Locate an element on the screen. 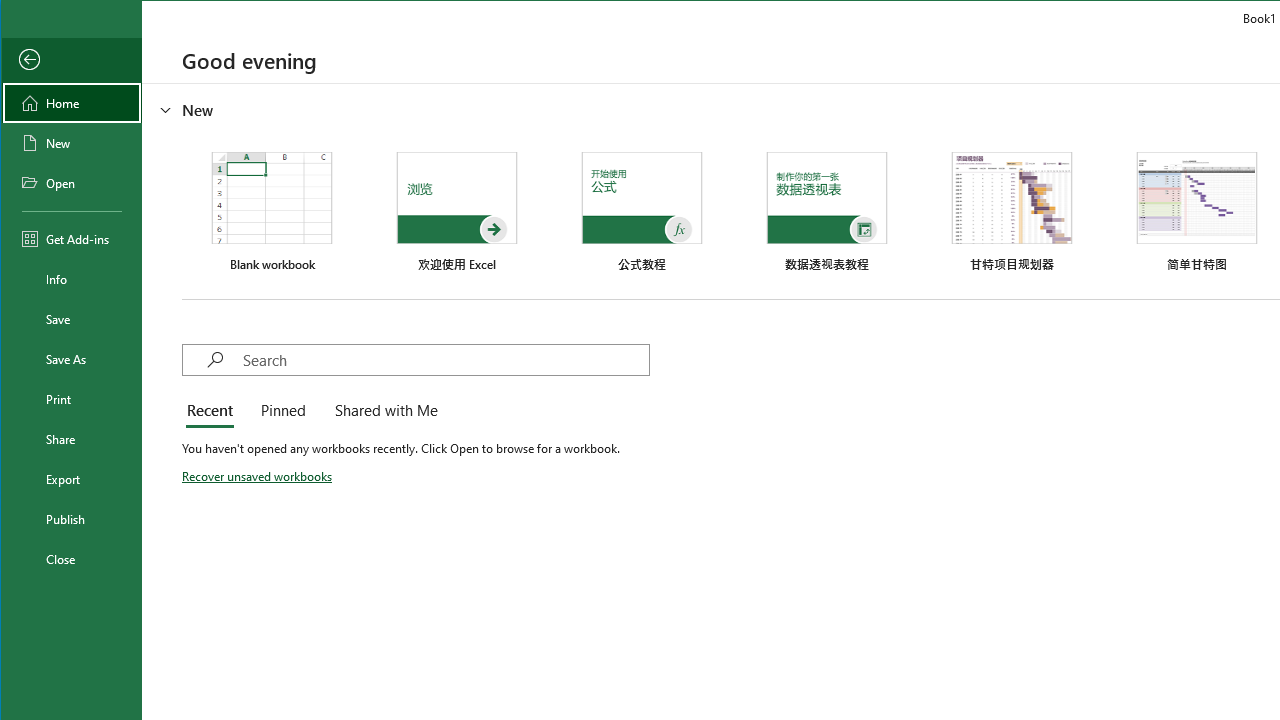 Image resolution: width=1280 pixels, height=720 pixels. 'Save As' is located at coordinates (72, 357).